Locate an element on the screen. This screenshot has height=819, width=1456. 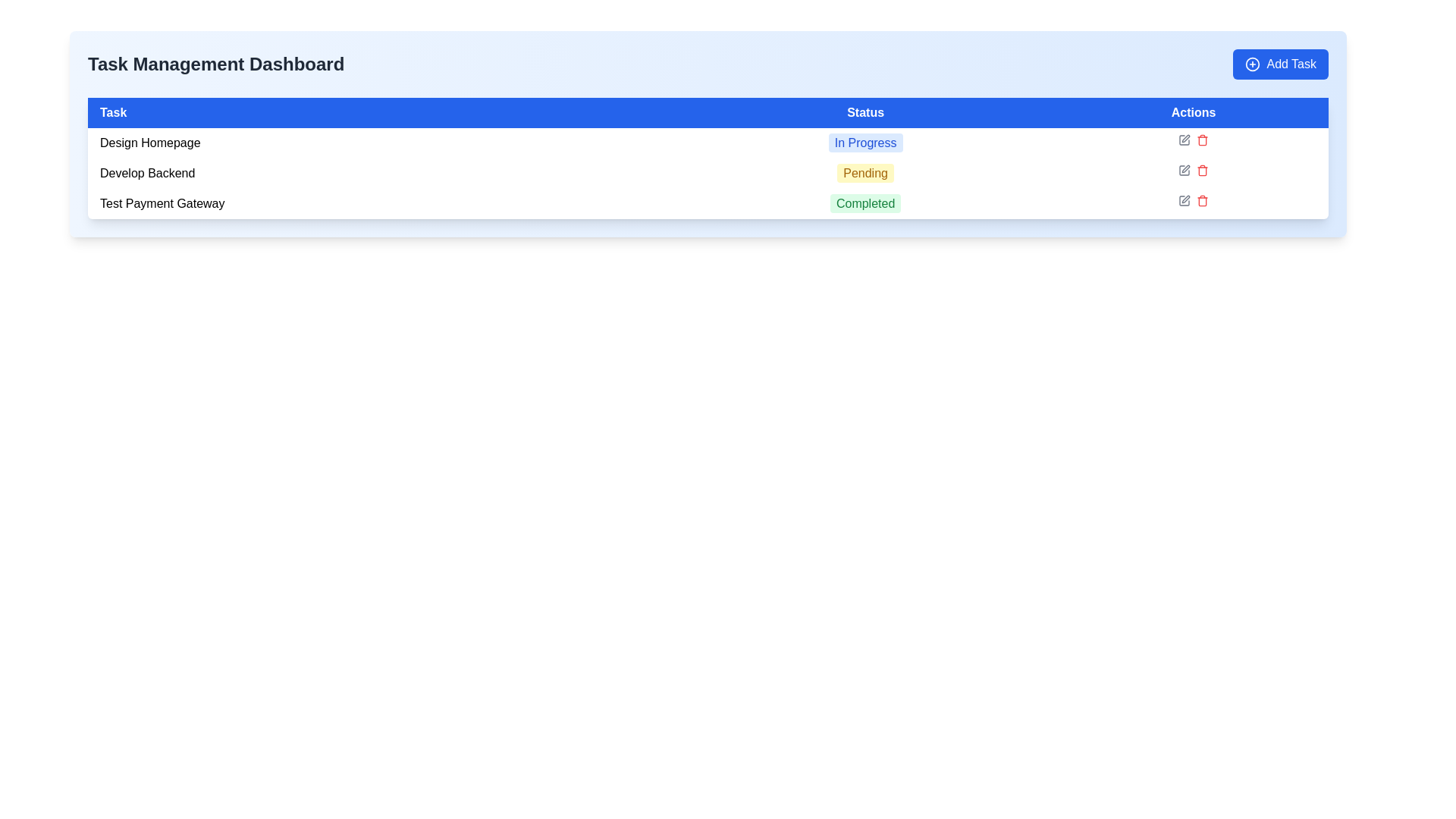
the status badge displaying 'In Progress' with blue text on a light blue background, located in the second column of the table, horizontally centered in its column is located at coordinates (865, 143).